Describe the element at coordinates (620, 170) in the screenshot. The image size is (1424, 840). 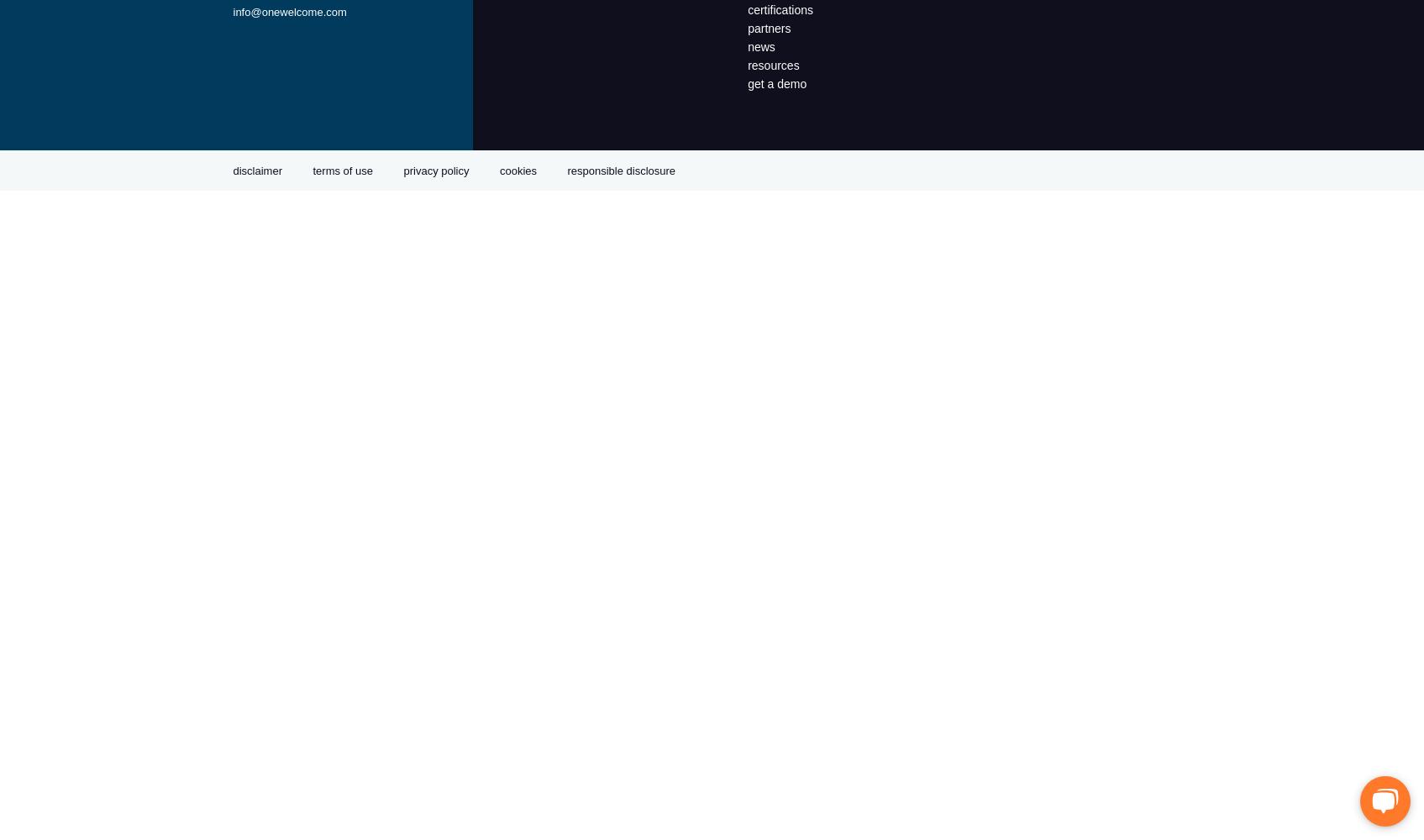
I see `'responsible disclosure'` at that location.